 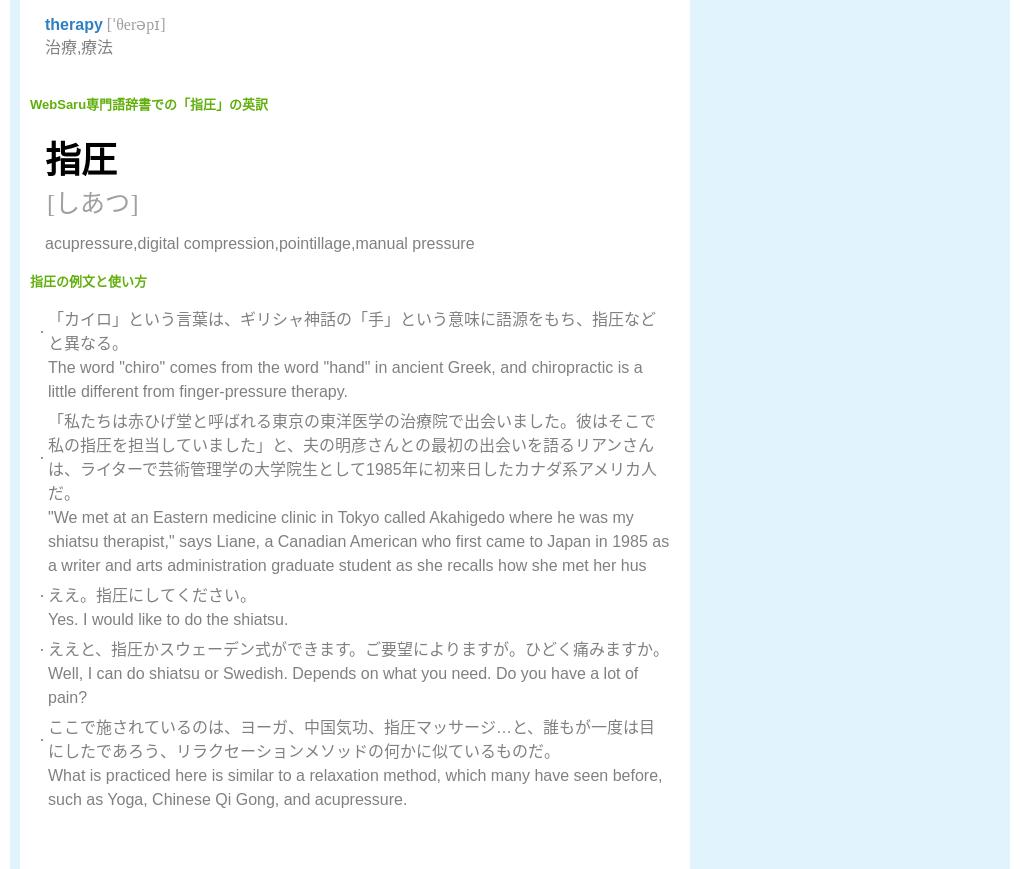 What do you see at coordinates (342, 685) in the screenshot?
I see `'Well, I can do shiatsu or Swedish. Depends on what you need. Do you have a lot of pain?'` at bounding box center [342, 685].